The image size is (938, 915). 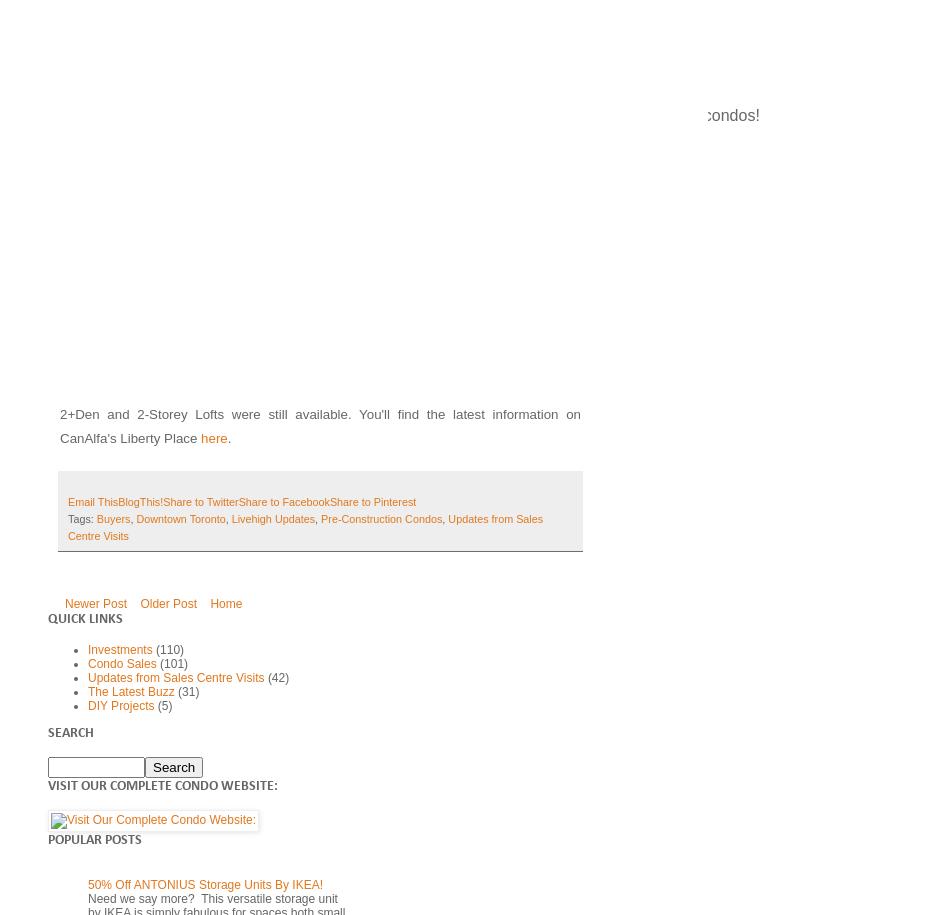 I want to click on 'Older Post', so click(x=140, y=601).